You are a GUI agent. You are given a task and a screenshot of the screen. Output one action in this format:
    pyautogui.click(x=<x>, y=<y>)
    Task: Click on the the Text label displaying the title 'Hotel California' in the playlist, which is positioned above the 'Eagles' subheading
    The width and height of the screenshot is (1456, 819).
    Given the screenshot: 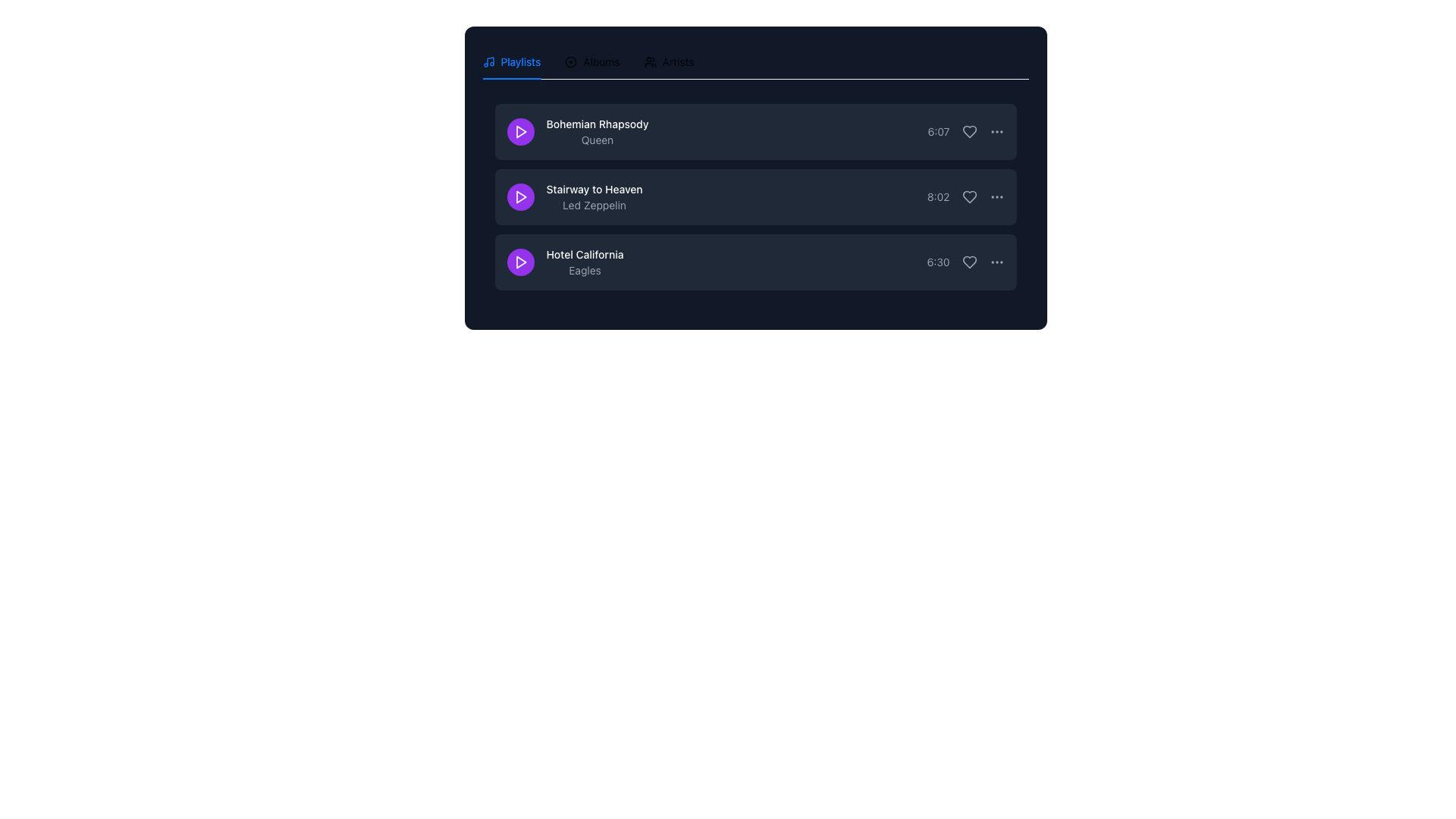 What is the action you would take?
    pyautogui.click(x=584, y=253)
    